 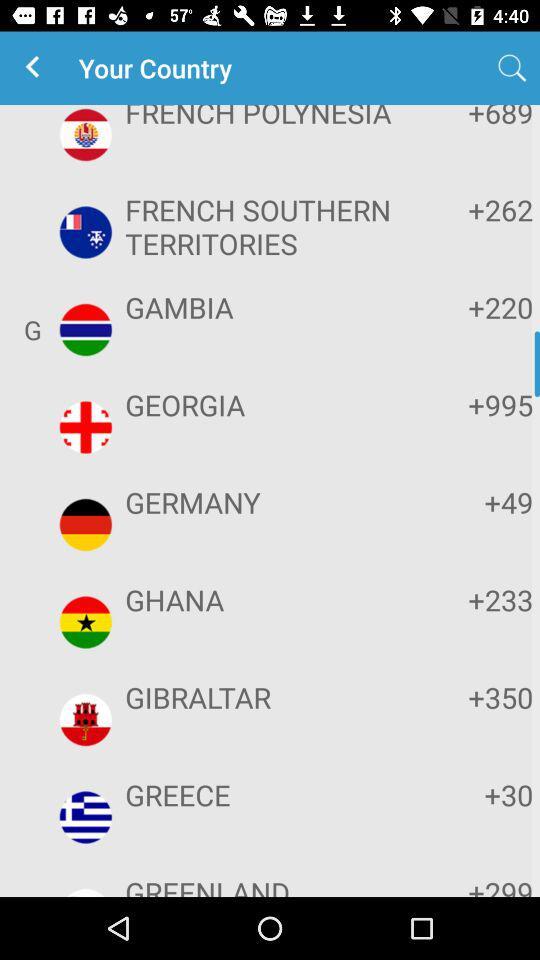 I want to click on item above the gibraltar icon, so click(x=267, y=599).